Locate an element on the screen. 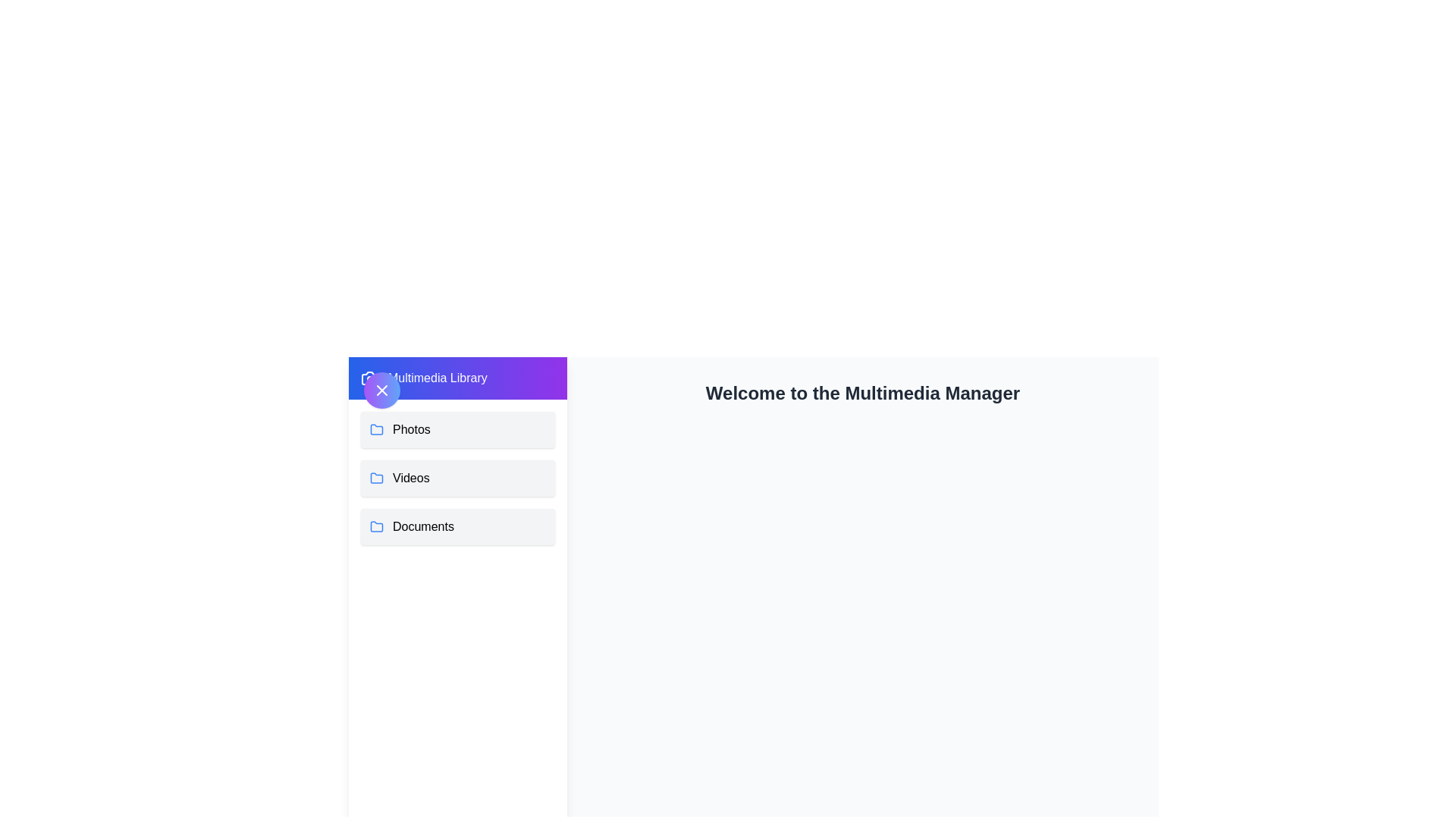 The image size is (1456, 819). the category Photos from the menu is located at coordinates (457, 430).